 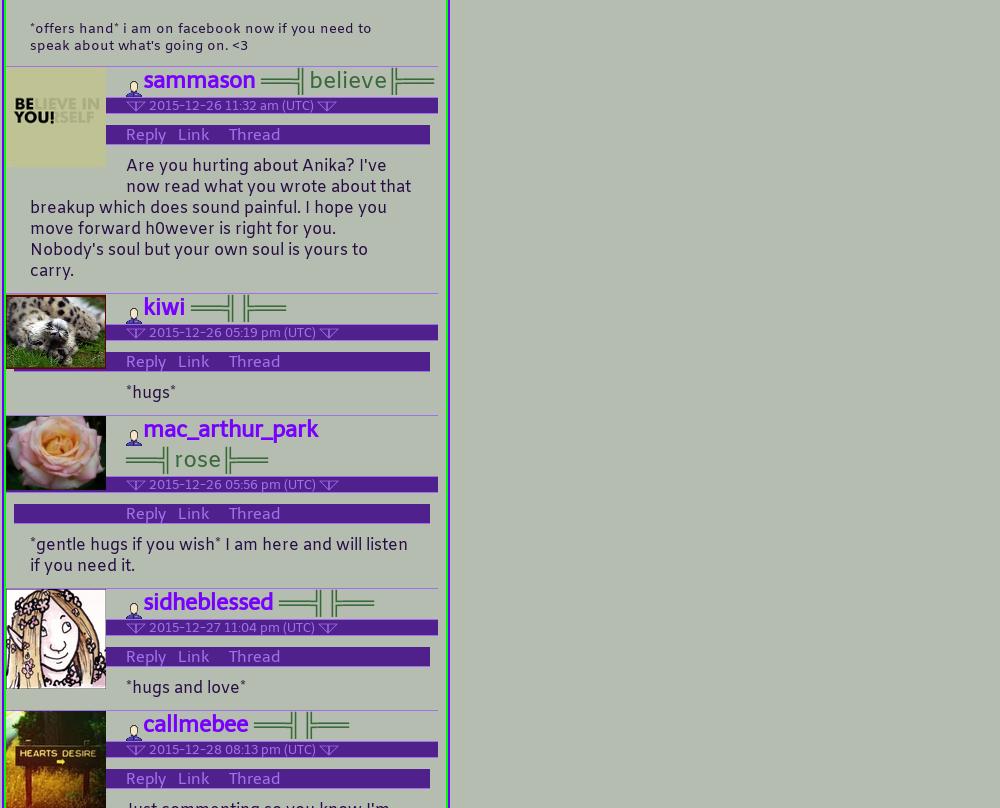 What do you see at coordinates (196, 460) in the screenshot?
I see `'══╣rose╠══'` at bounding box center [196, 460].